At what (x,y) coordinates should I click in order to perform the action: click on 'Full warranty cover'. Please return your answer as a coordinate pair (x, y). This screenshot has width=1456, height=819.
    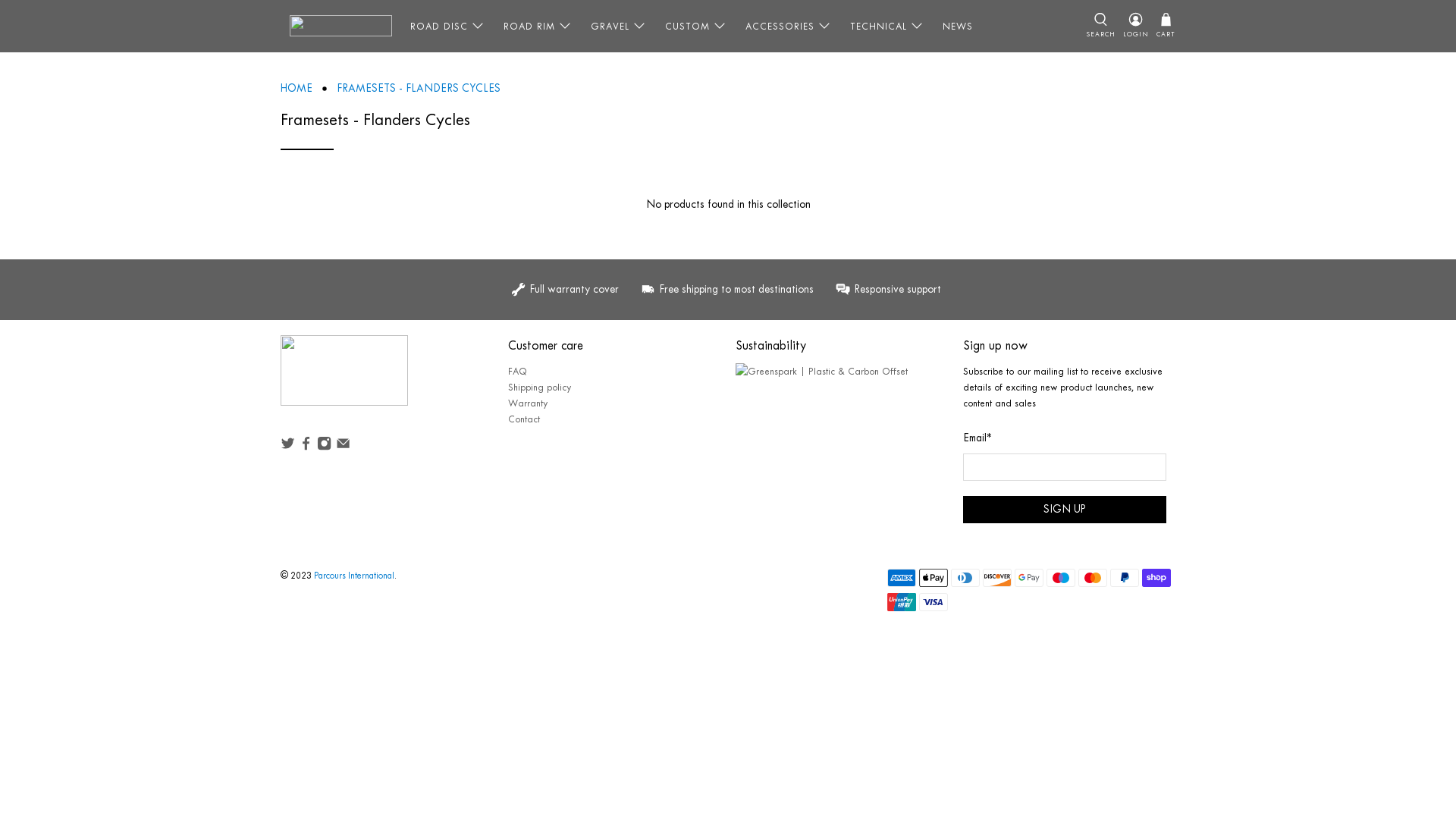
    Looking at the image, I should click on (570, 289).